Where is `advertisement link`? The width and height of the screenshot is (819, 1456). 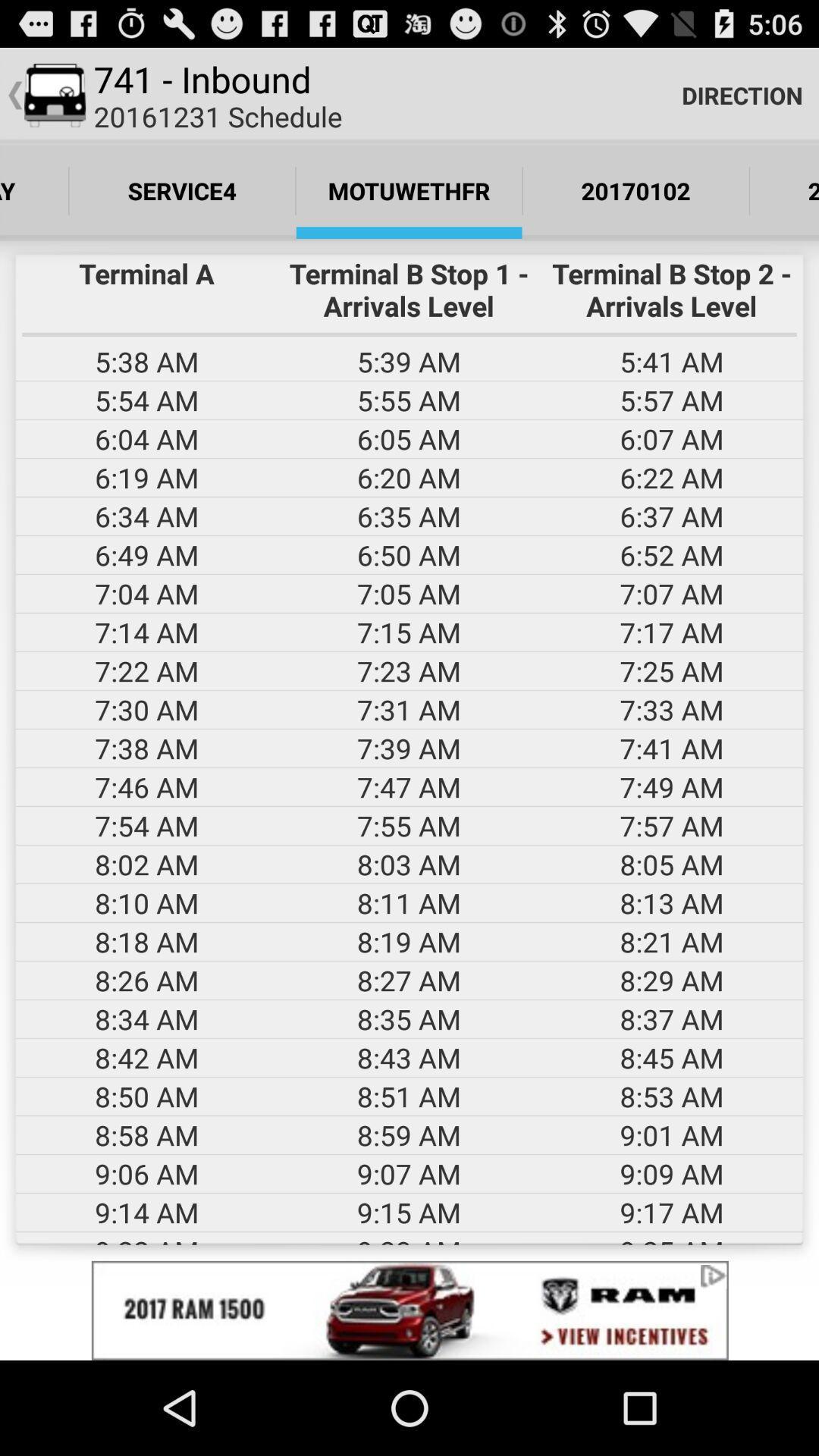
advertisement link is located at coordinates (409, 1310).